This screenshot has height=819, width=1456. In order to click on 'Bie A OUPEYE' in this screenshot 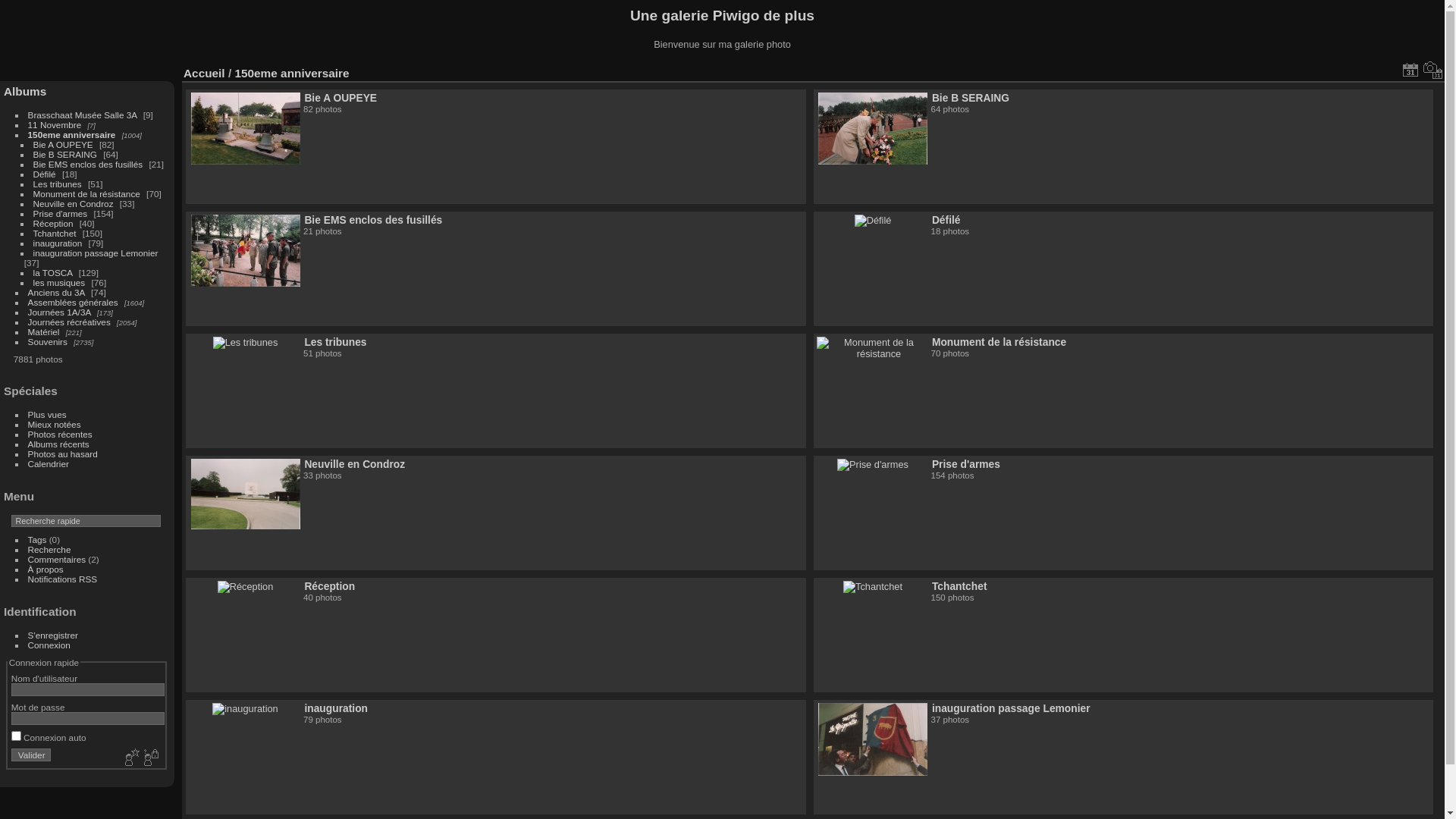, I will do `click(303, 97)`.